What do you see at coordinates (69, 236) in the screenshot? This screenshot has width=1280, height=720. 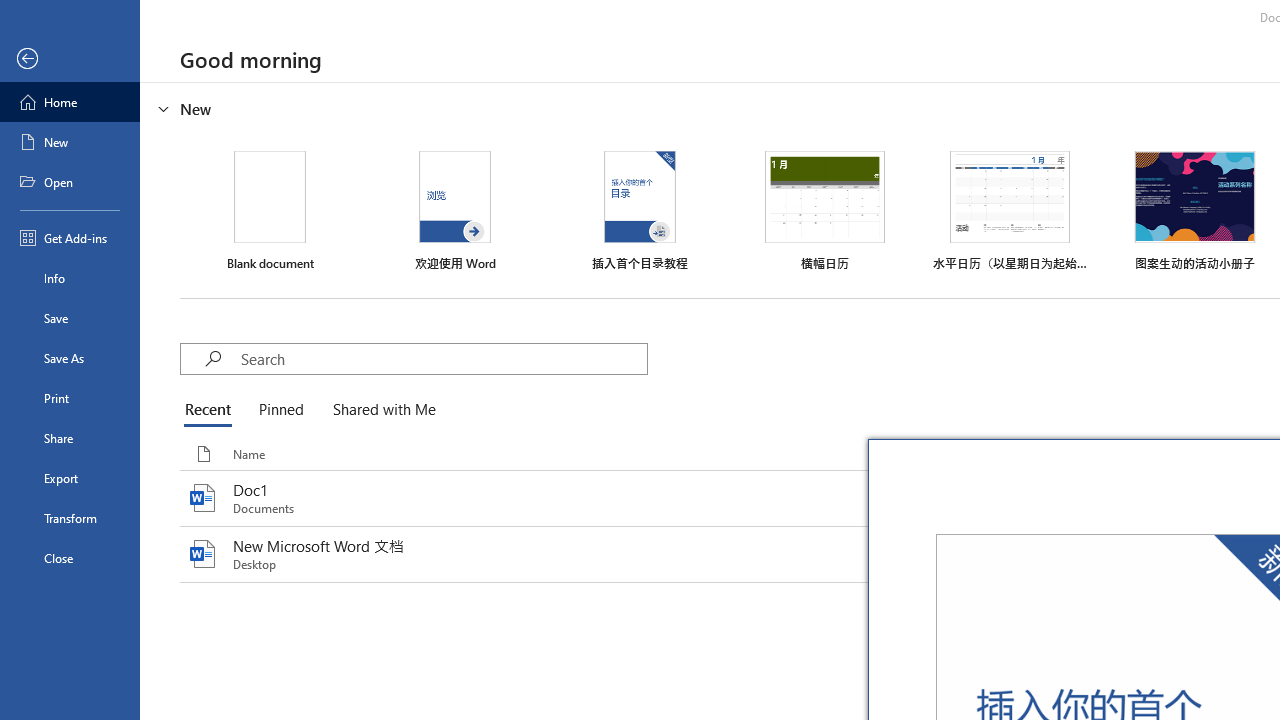 I see `'Get Add-ins'` at bounding box center [69, 236].